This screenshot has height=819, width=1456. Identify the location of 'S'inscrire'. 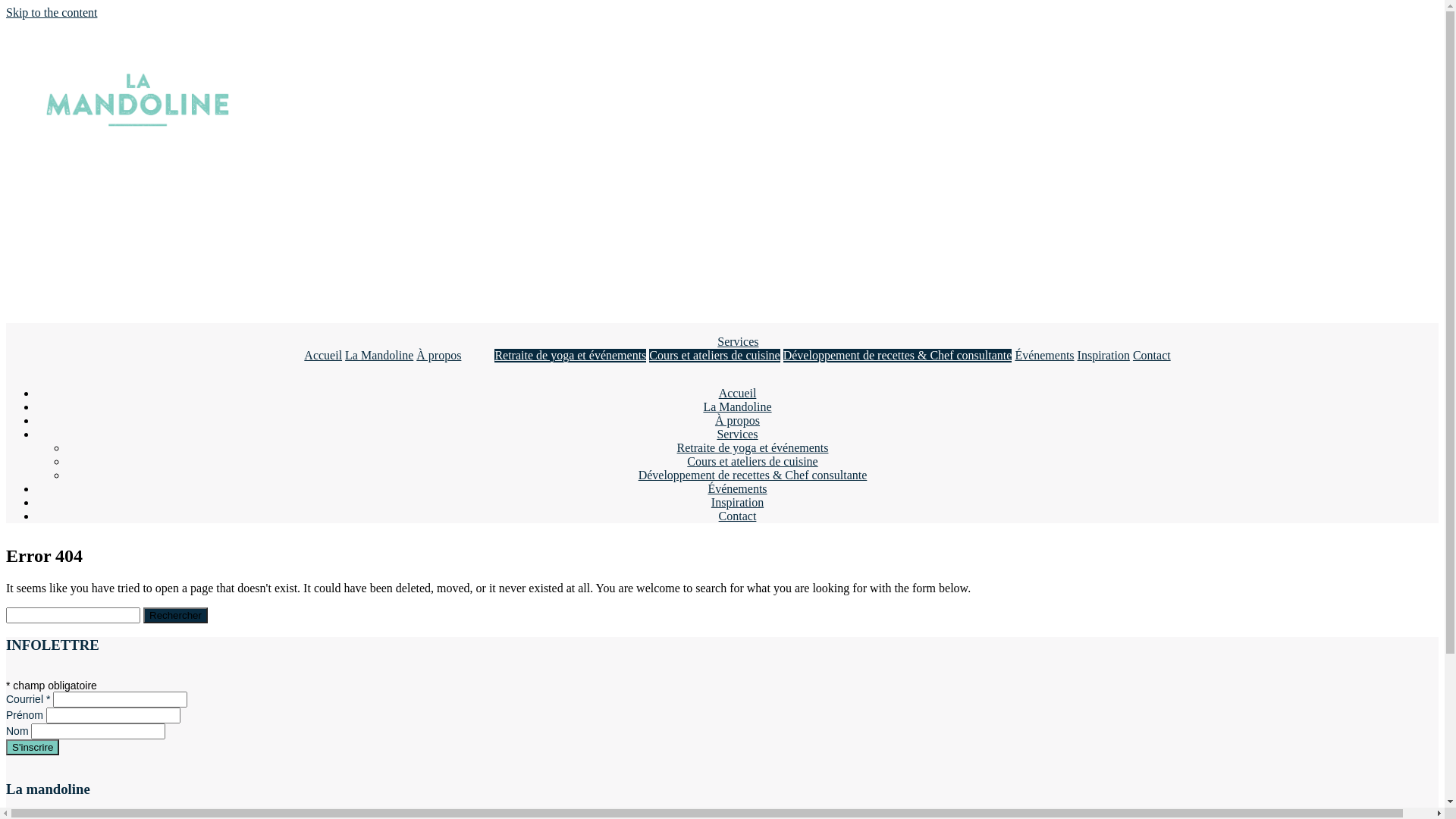
(33, 746).